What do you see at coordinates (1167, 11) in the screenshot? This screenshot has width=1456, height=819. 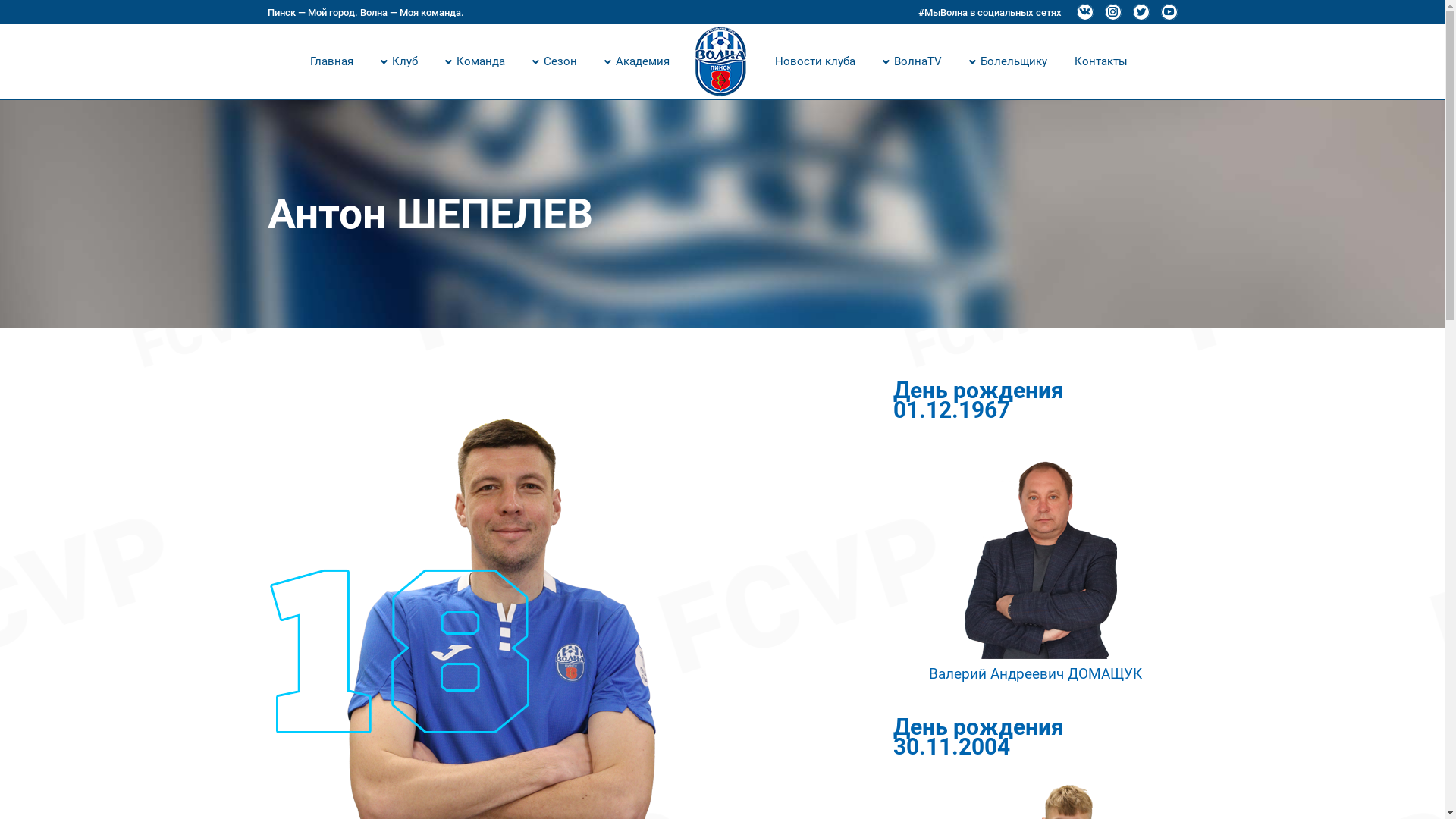 I see `'YouTube'` at bounding box center [1167, 11].